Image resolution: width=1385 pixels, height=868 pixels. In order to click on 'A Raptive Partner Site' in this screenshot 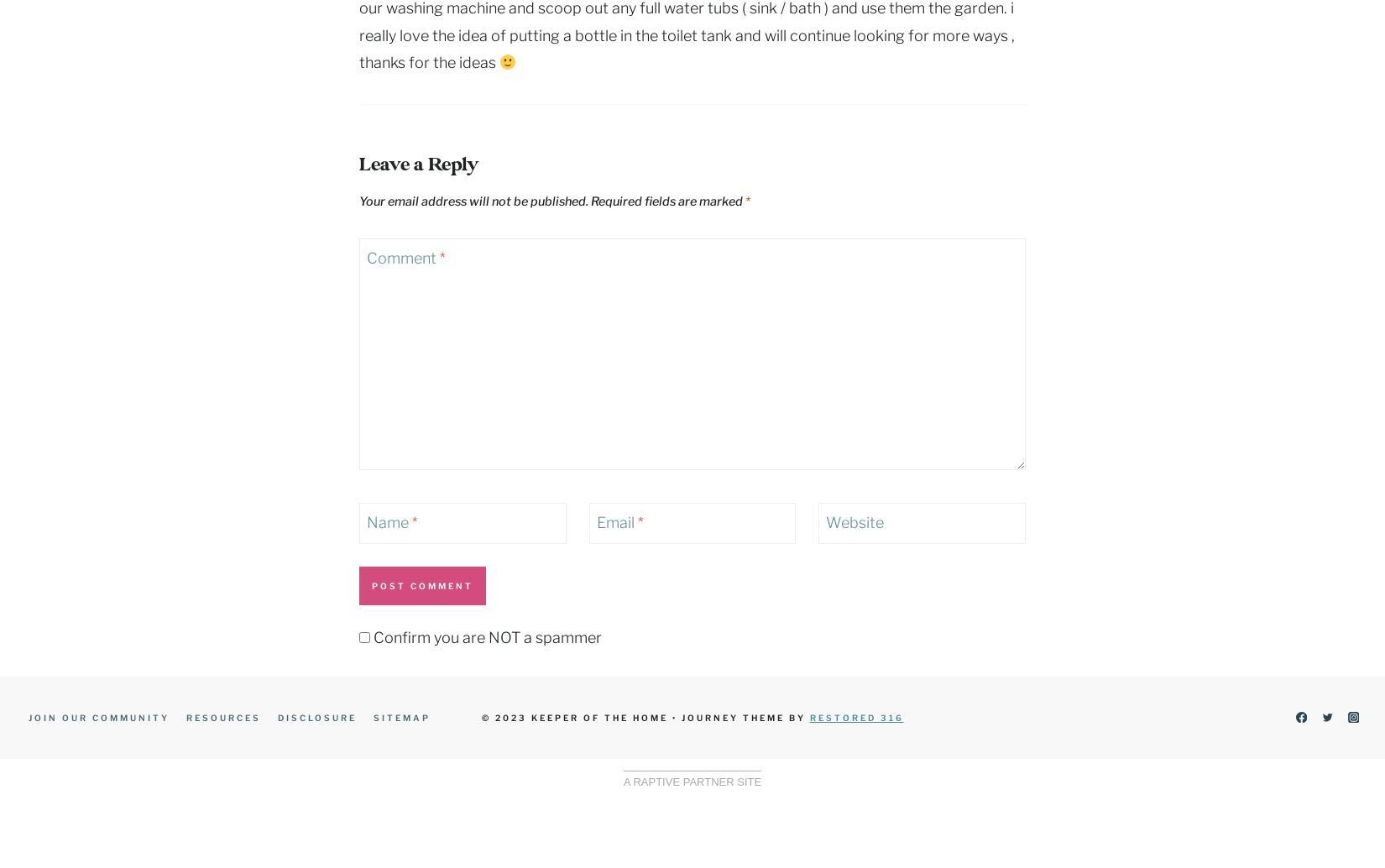, I will do `click(691, 780)`.